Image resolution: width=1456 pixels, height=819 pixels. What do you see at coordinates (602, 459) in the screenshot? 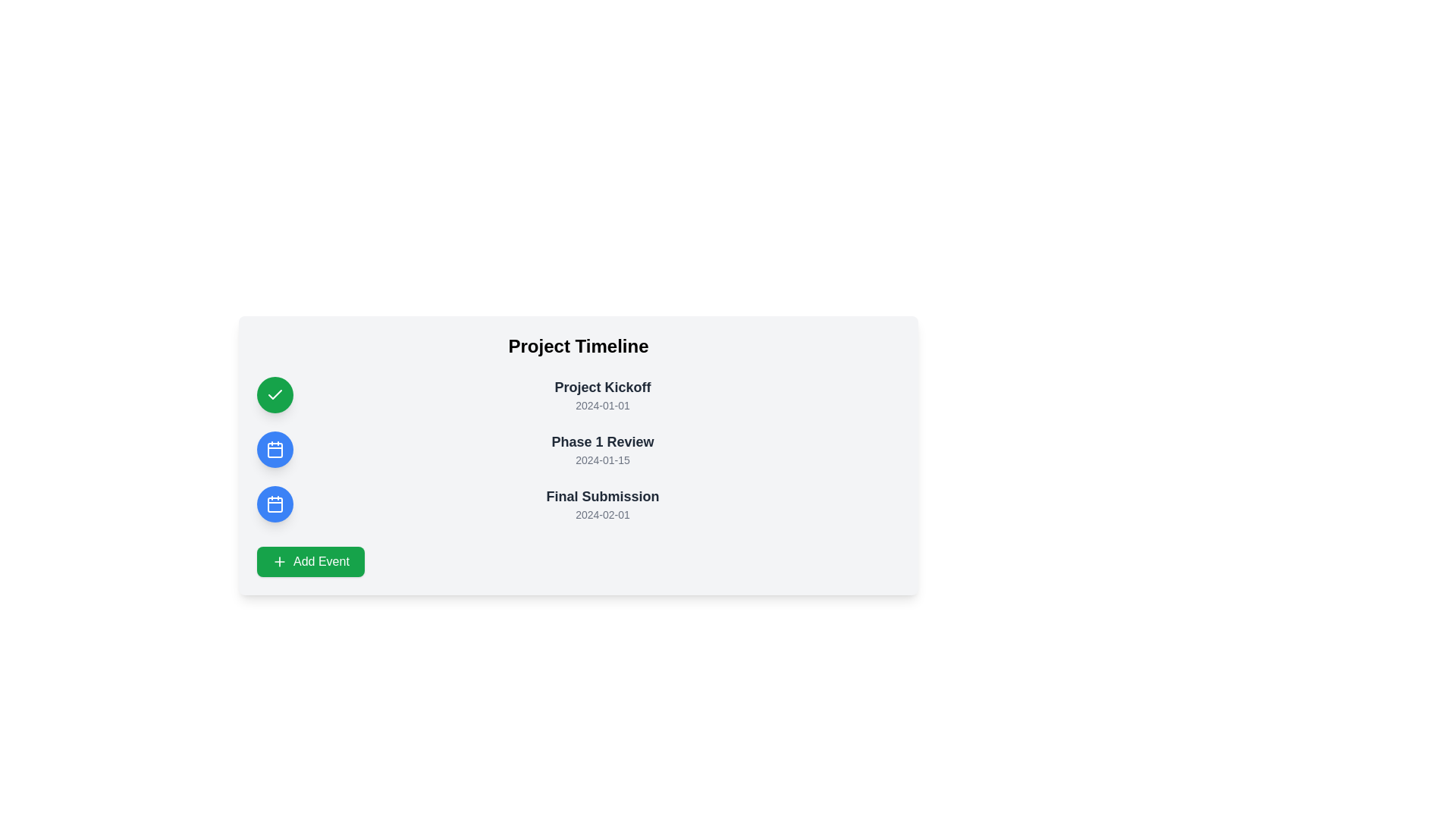
I see `the date label '2024-01-15' displayed in a small, gray-colored font located in the 'Phase 1 Review' section under the 'Project Timeline' interface` at bounding box center [602, 459].